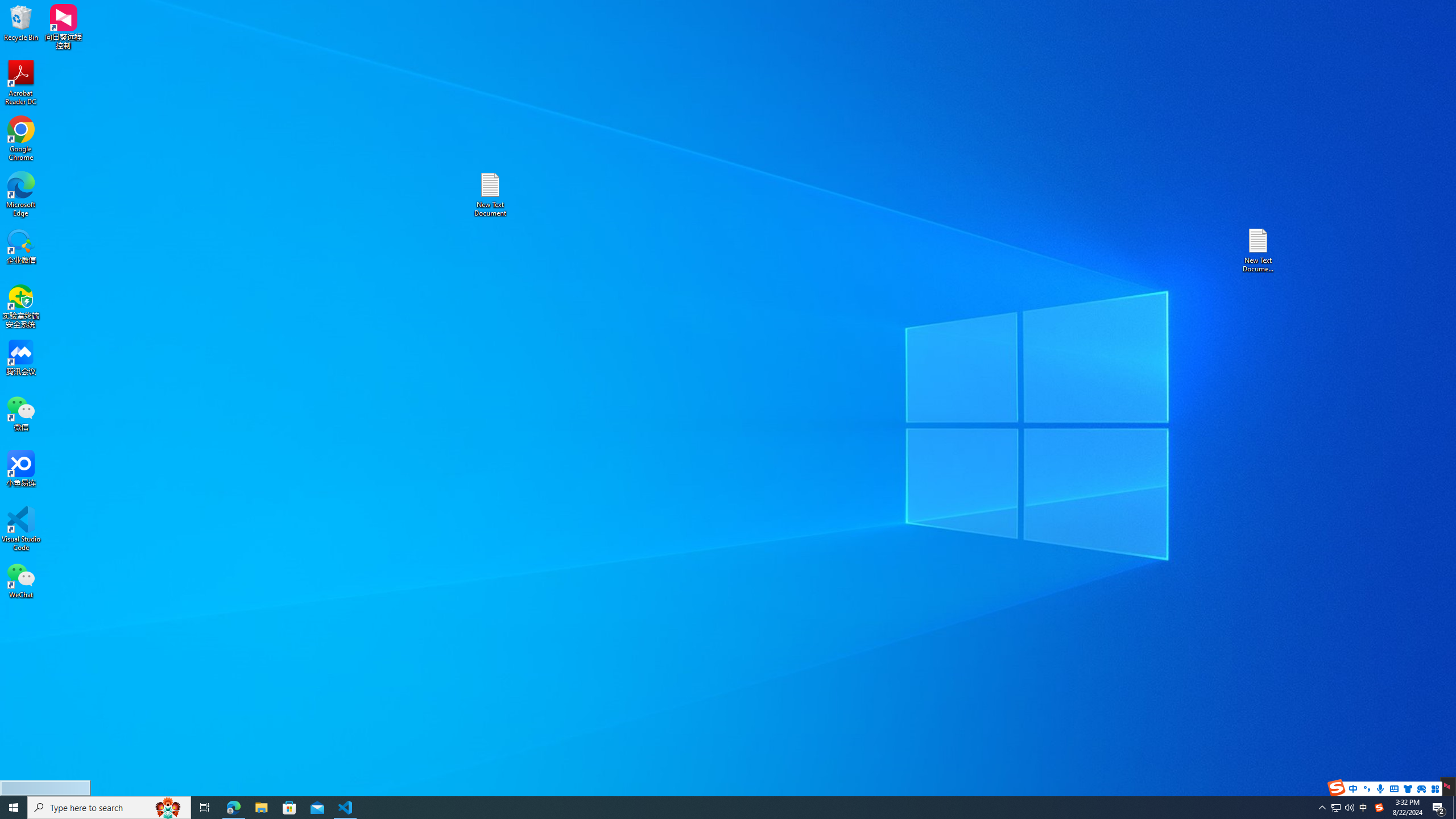  I want to click on 'WeChat', so click(20, 580).